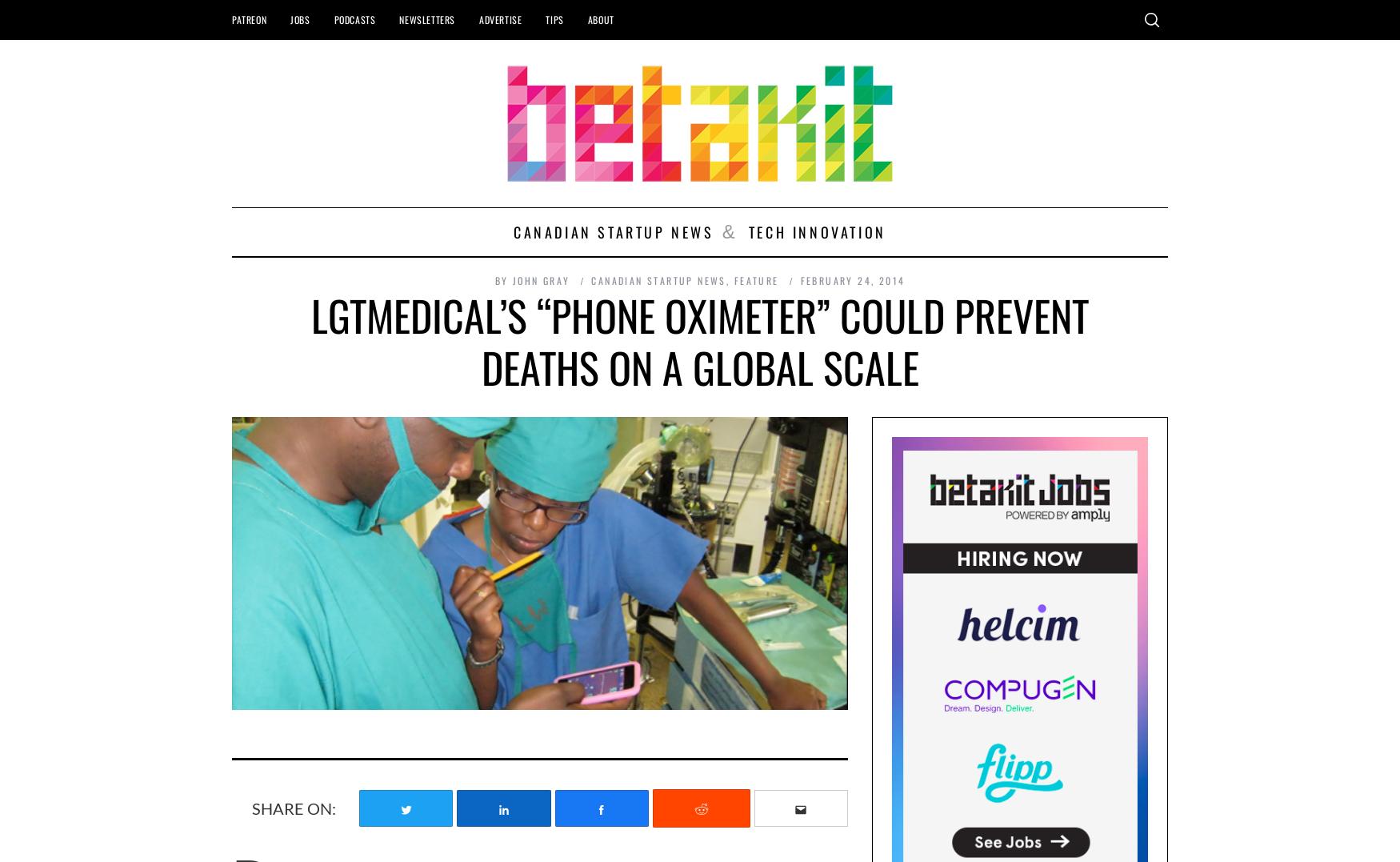  Describe the element at coordinates (500, 18) in the screenshot. I see `'Advertise'` at that location.